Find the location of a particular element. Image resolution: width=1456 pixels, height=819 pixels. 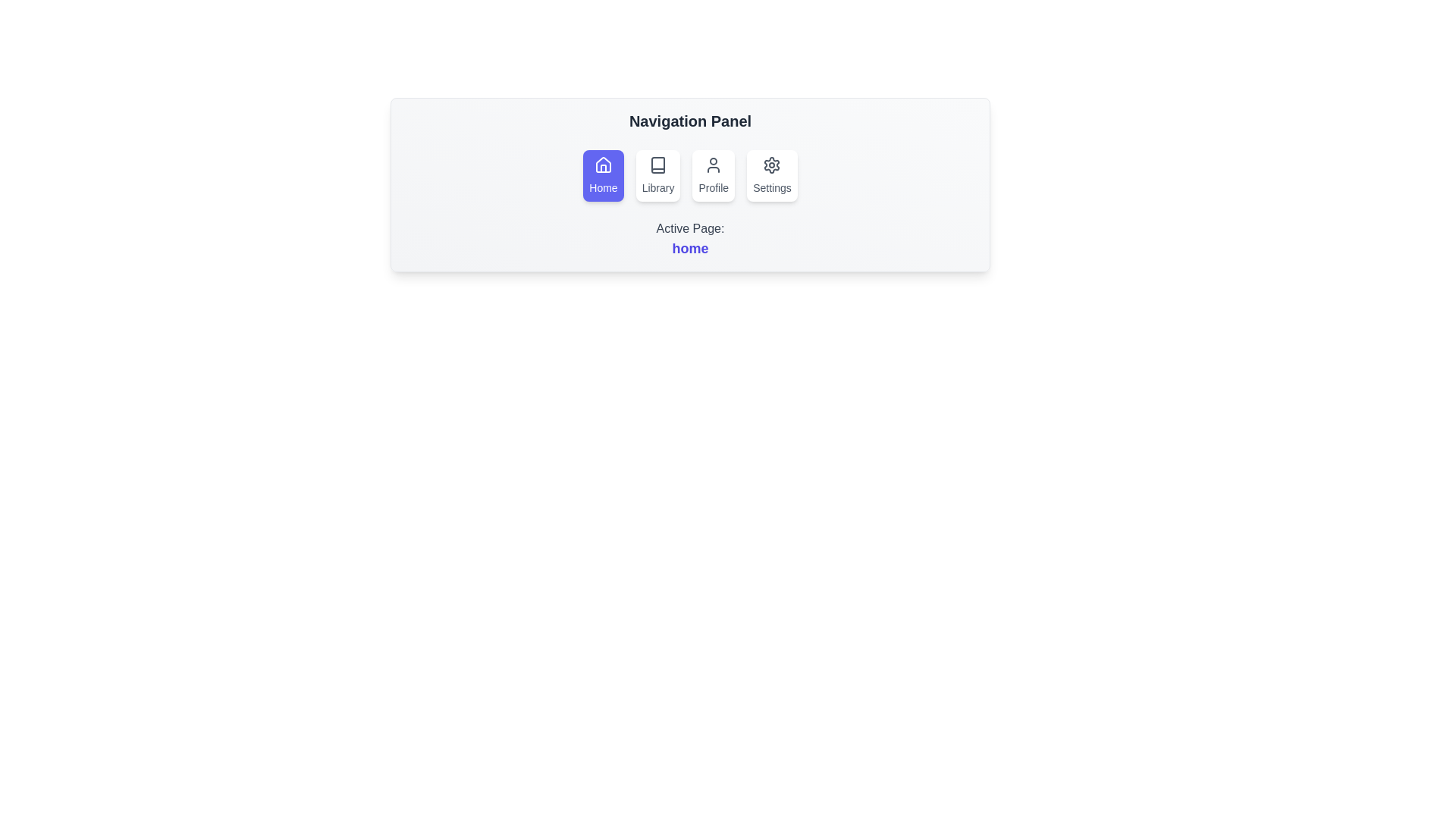

the Text Label displaying 'Active Page: home', which consists of gray text 'Active Page:' and blue link text 'home', located at the bottom of the 'Navigation Panel' is located at coordinates (689, 239).